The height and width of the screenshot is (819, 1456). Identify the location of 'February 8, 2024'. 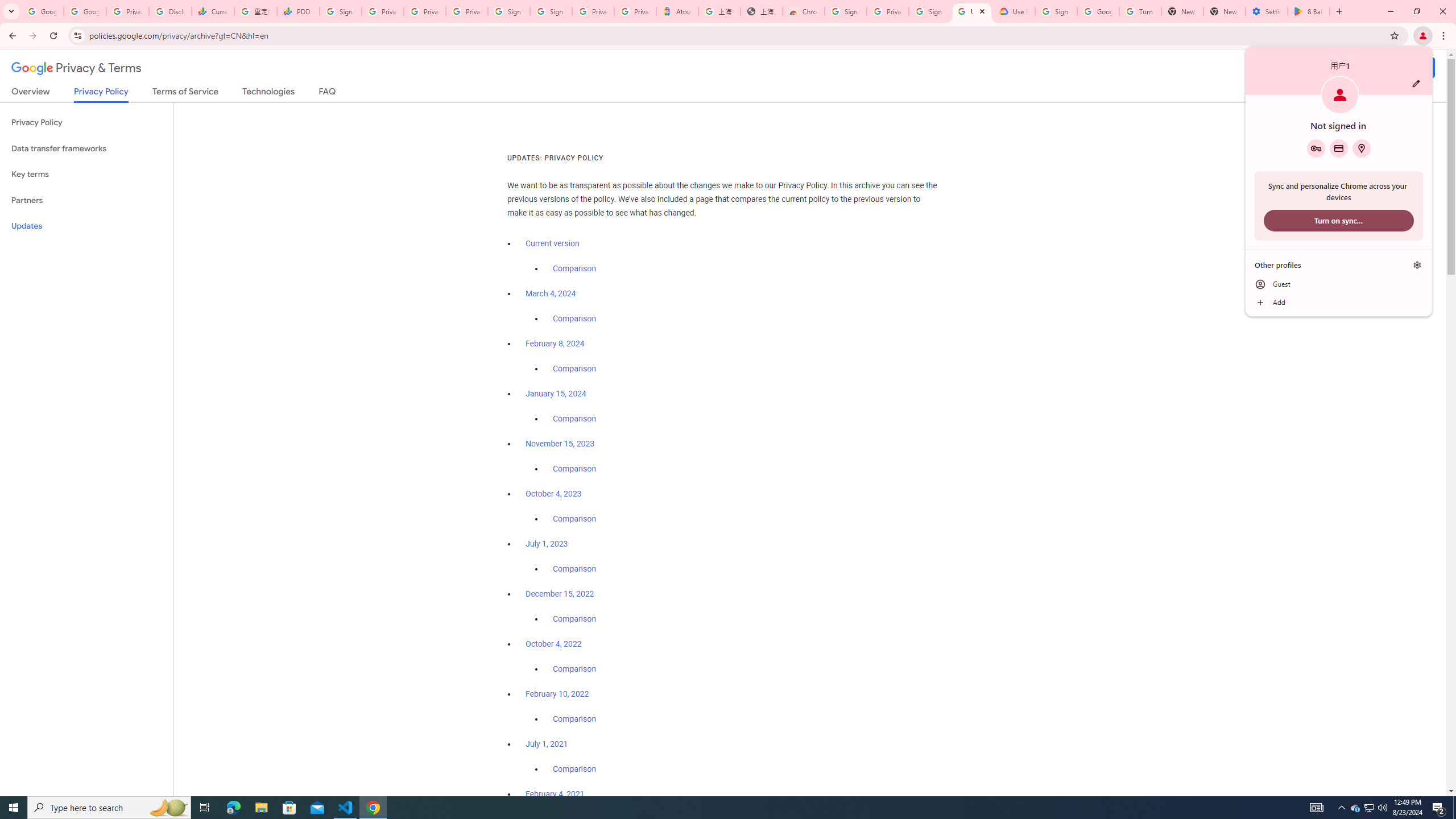
(555, 344).